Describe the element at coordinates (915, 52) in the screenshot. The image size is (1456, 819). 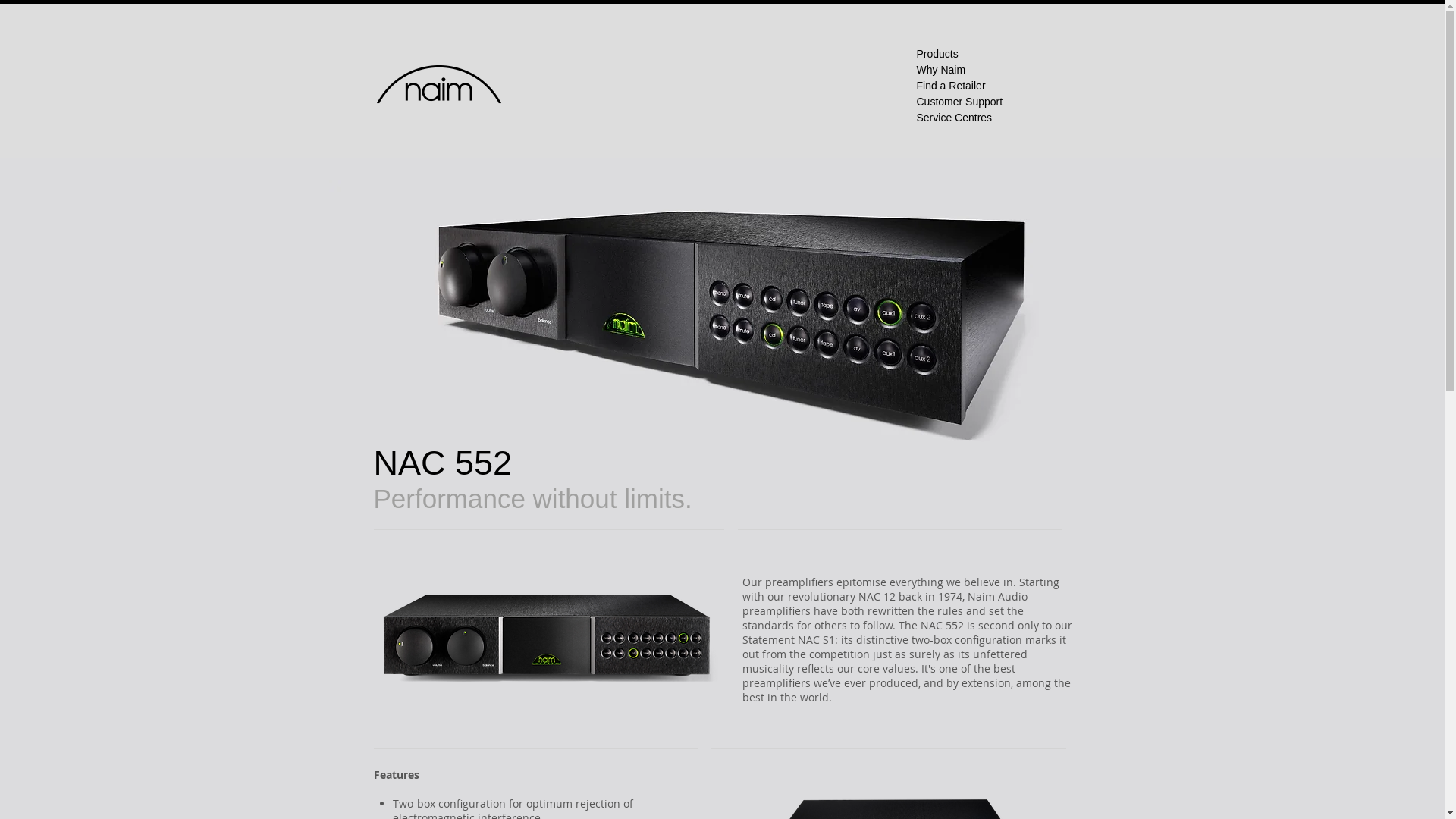
I see `'Products'` at that location.